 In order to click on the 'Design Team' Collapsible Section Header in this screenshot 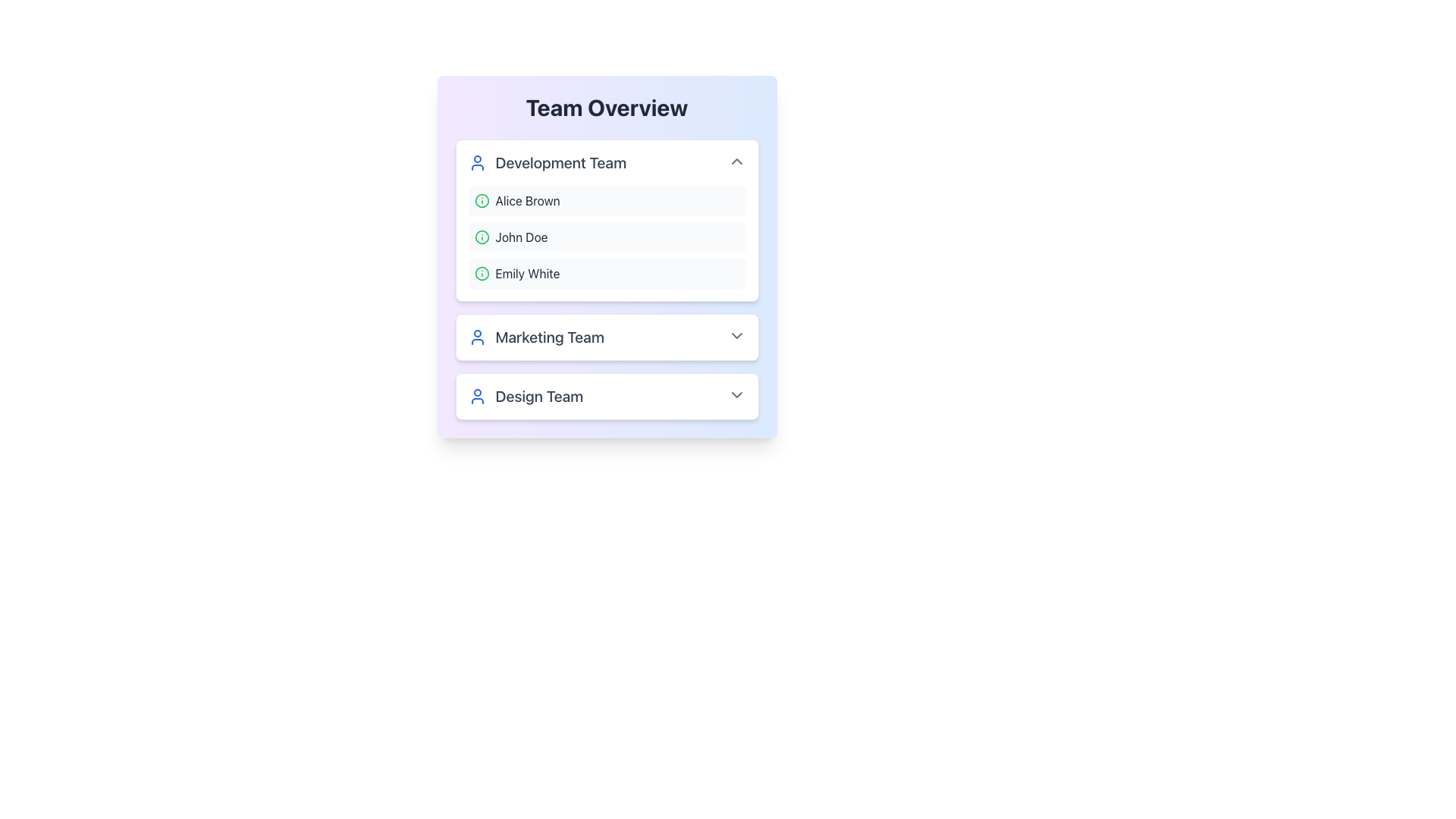, I will do `click(526, 396)`.